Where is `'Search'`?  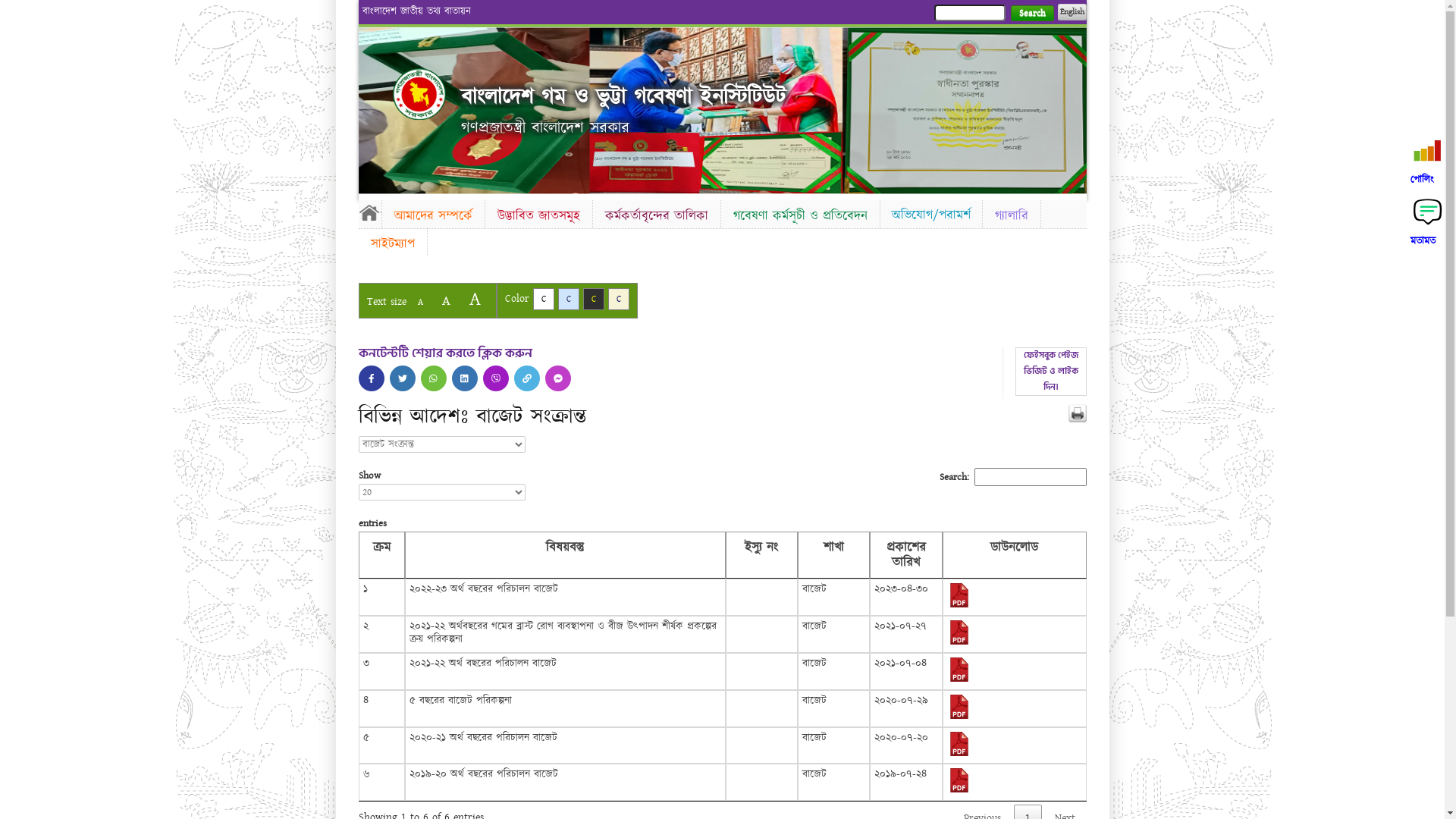 'Search' is located at coordinates (1031, 13).